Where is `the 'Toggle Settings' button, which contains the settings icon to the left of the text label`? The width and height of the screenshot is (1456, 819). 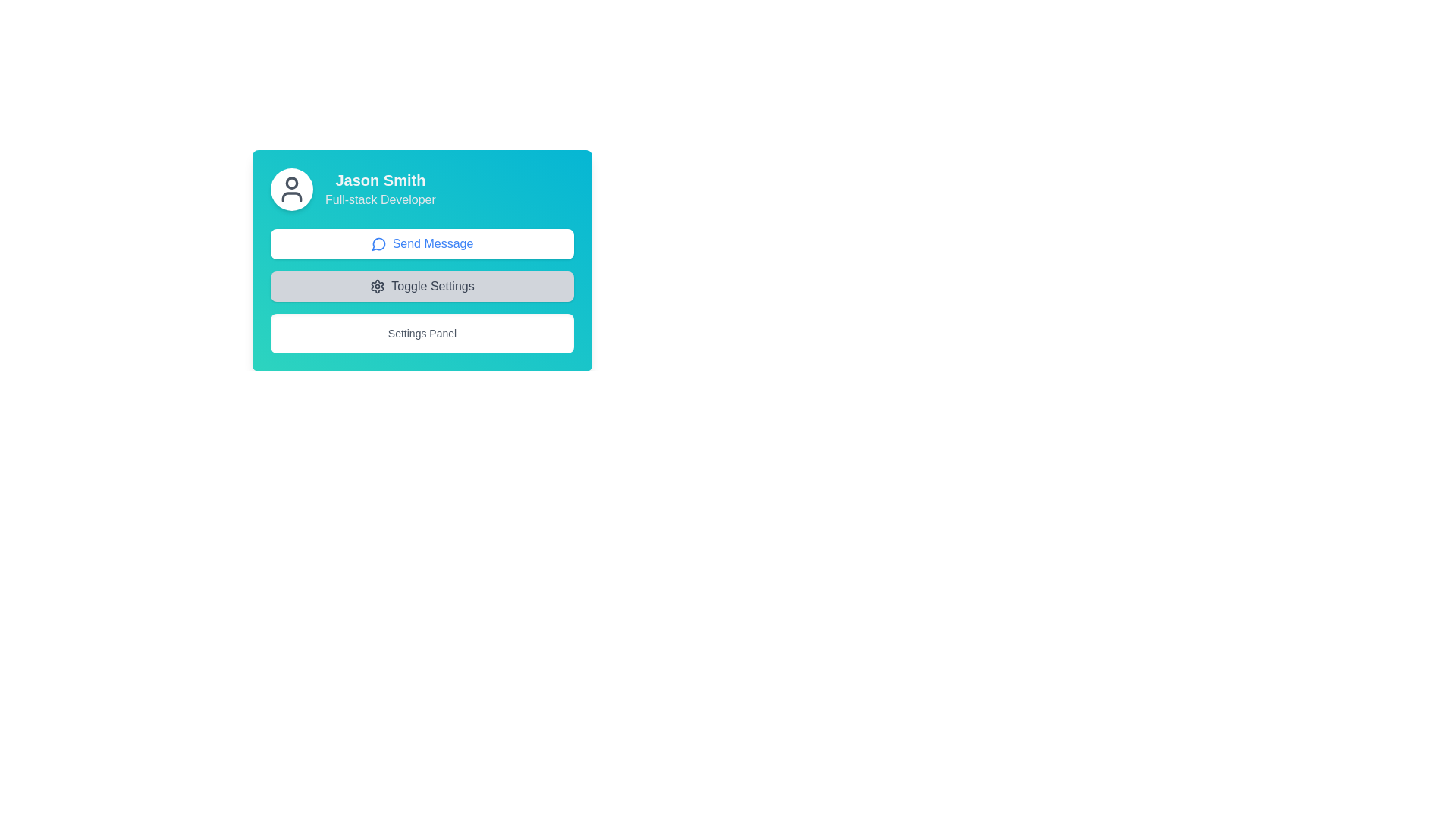 the 'Toggle Settings' button, which contains the settings icon to the left of the text label is located at coordinates (378, 287).